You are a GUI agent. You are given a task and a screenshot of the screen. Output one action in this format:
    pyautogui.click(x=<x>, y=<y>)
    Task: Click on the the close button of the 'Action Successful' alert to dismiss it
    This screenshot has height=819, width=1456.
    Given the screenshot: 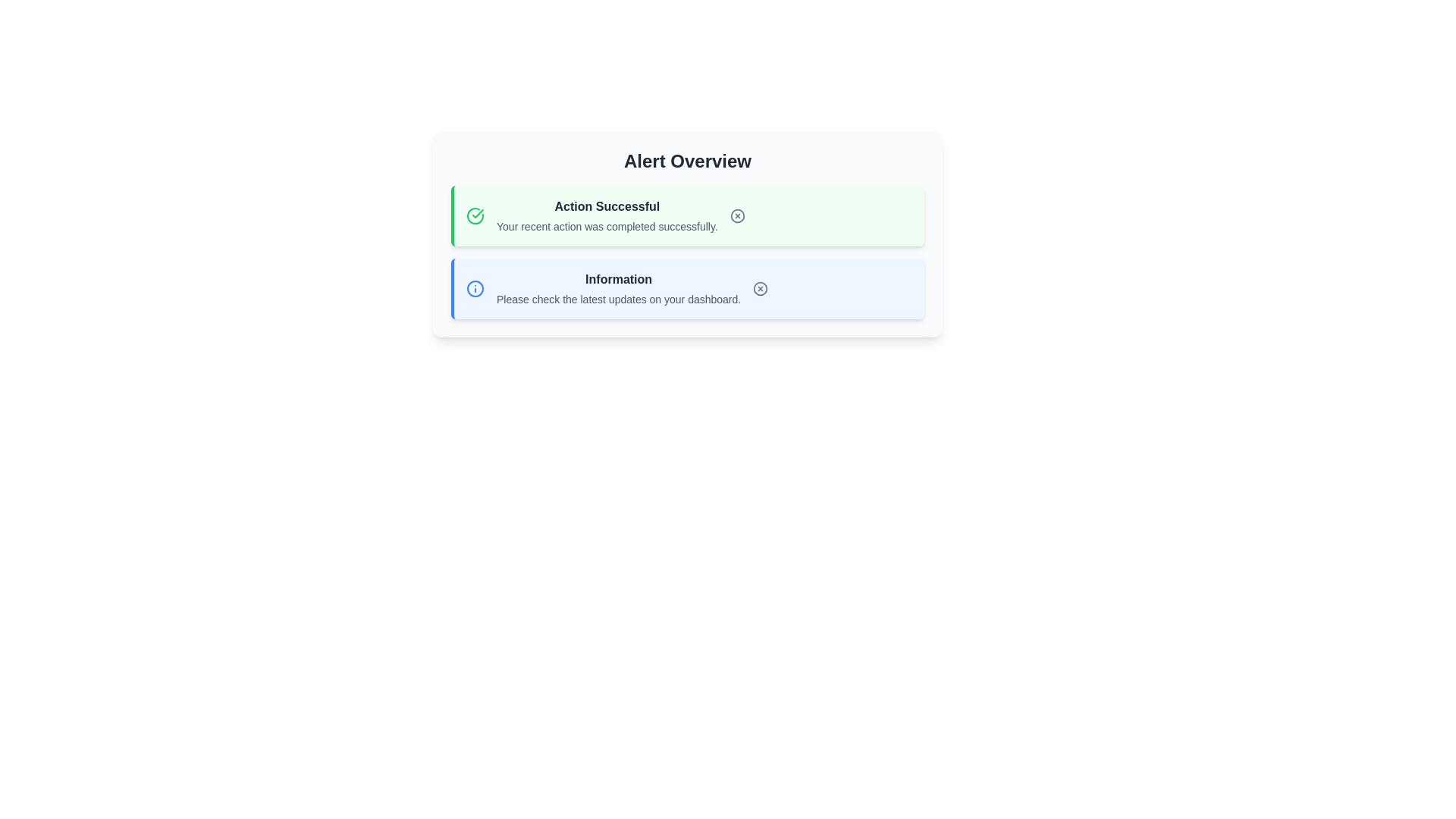 What is the action you would take?
    pyautogui.click(x=737, y=216)
    